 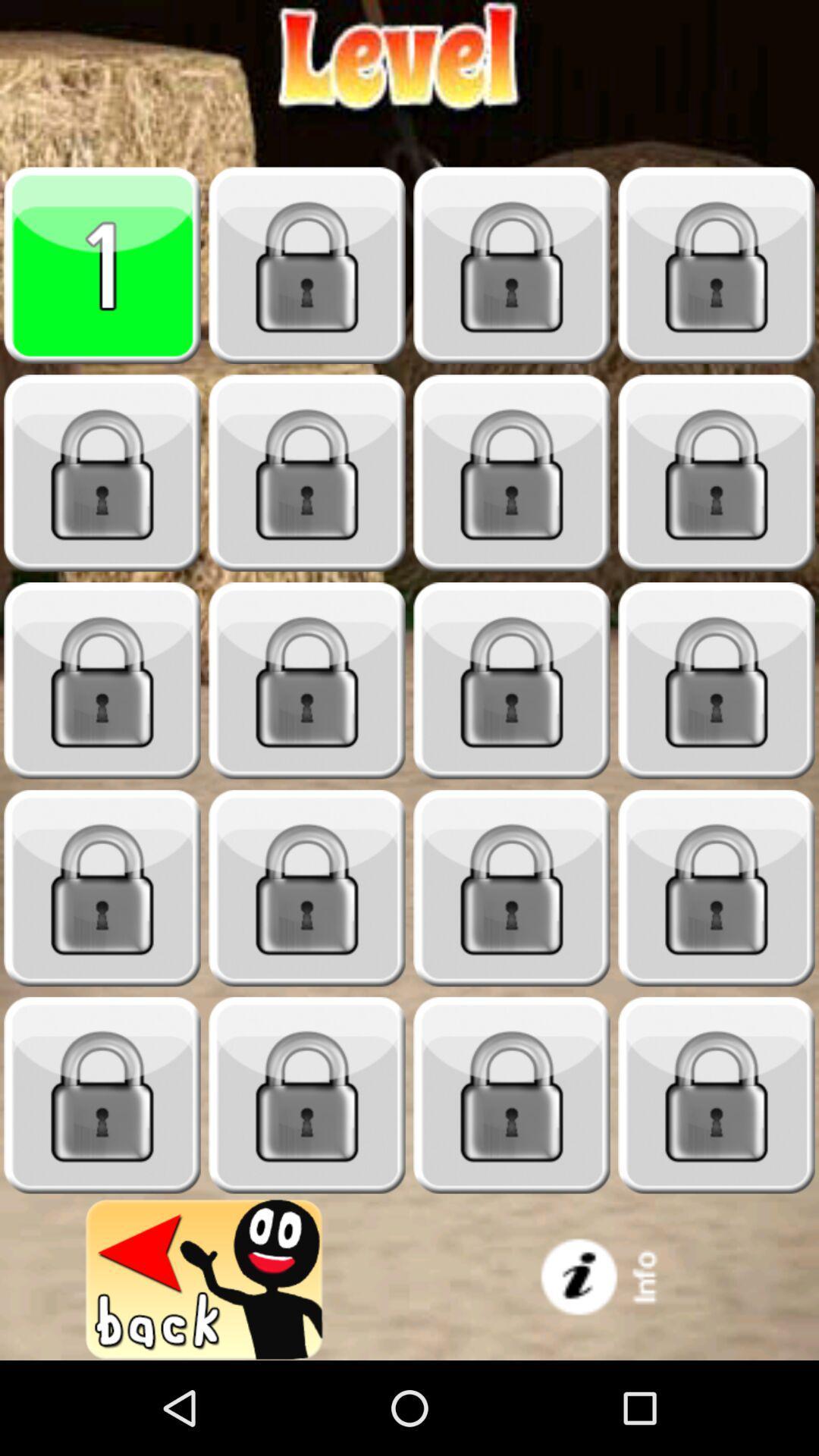 What do you see at coordinates (102, 265) in the screenshot?
I see `level one of a game` at bounding box center [102, 265].